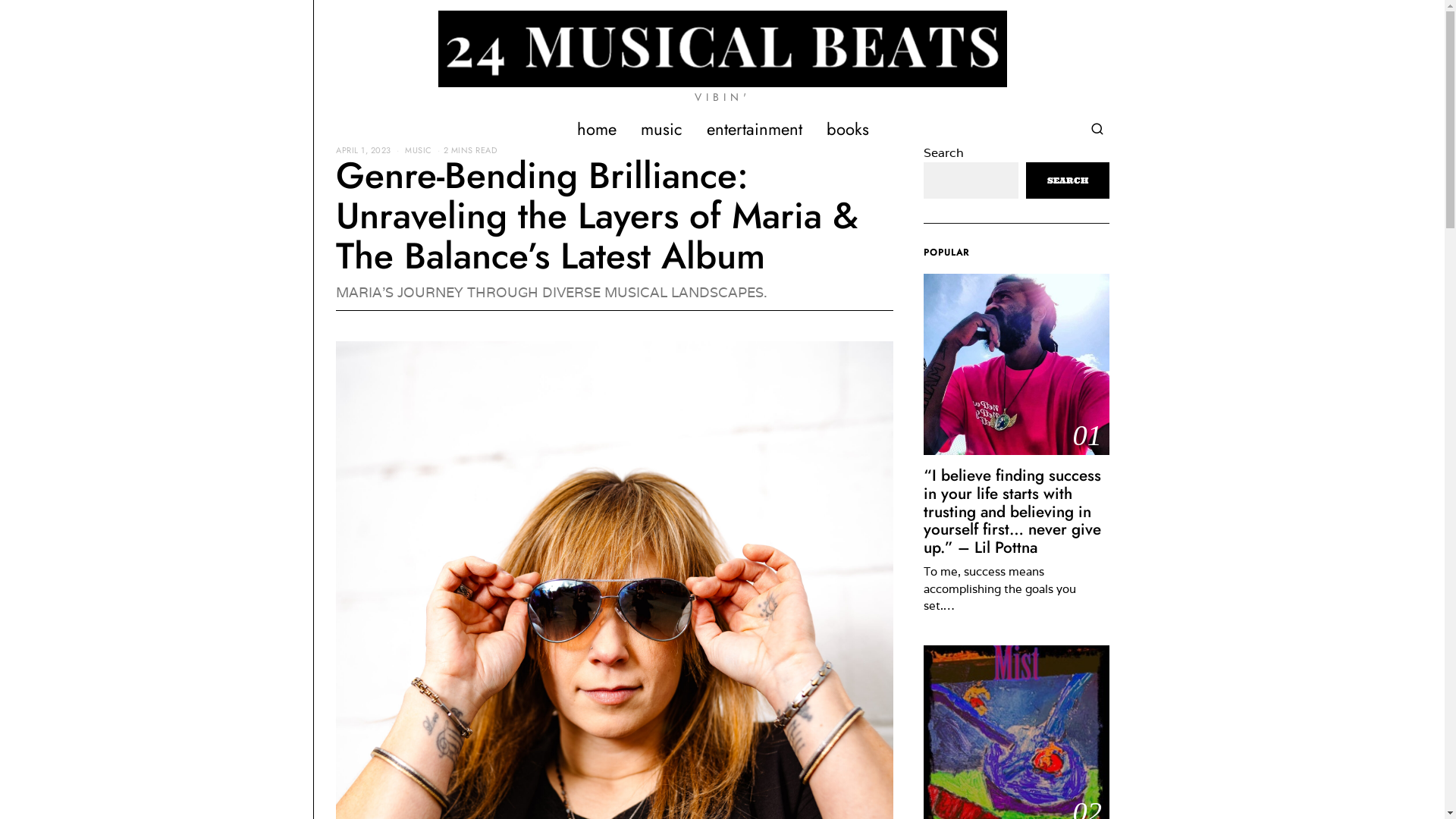 Image resolution: width=1456 pixels, height=819 pixels. Describe the element at coordinates (1016, 364) in the screenshot. I see `'01'` at that location.